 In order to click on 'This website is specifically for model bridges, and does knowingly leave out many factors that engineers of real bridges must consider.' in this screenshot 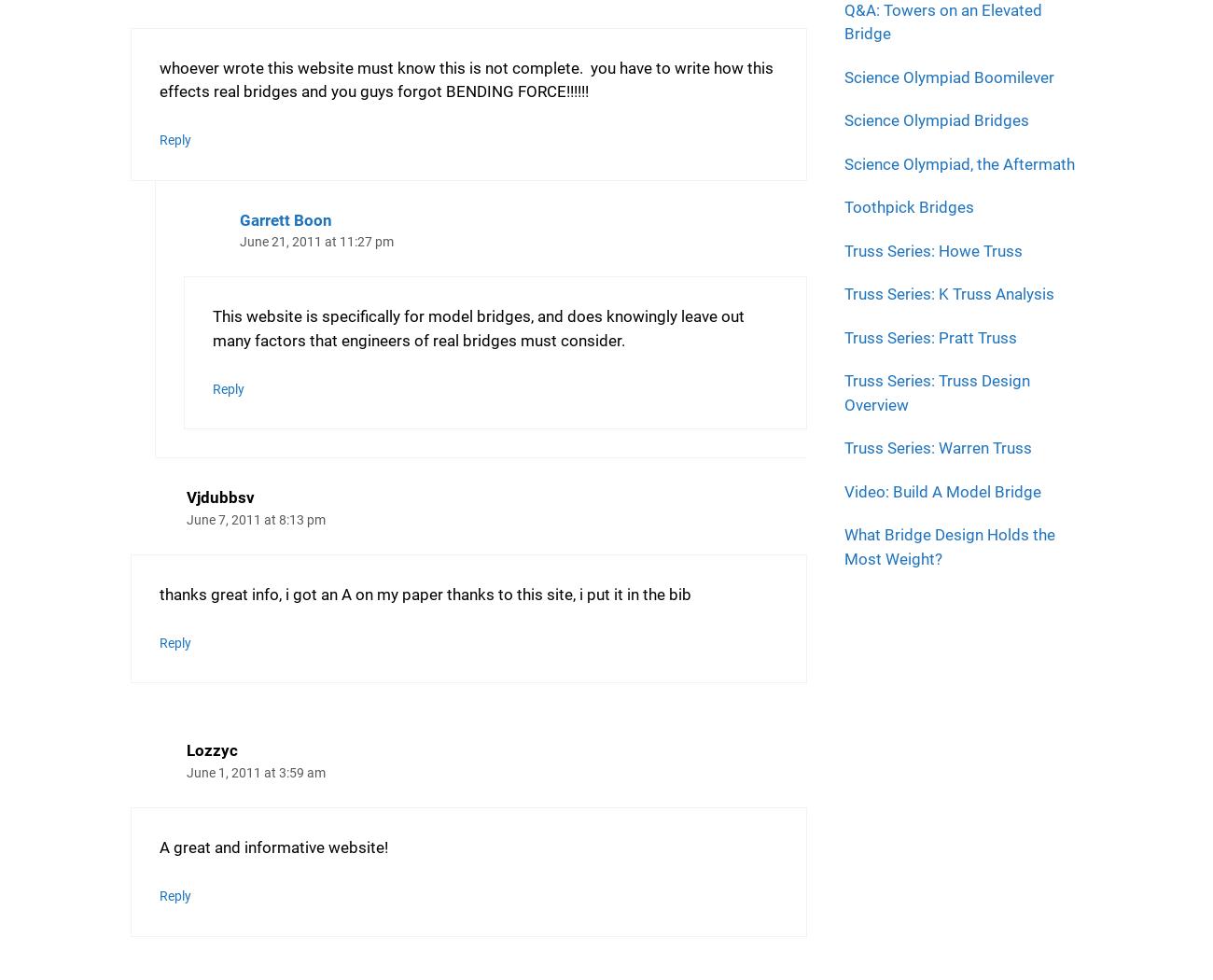, I will do `click(477, 327)`.